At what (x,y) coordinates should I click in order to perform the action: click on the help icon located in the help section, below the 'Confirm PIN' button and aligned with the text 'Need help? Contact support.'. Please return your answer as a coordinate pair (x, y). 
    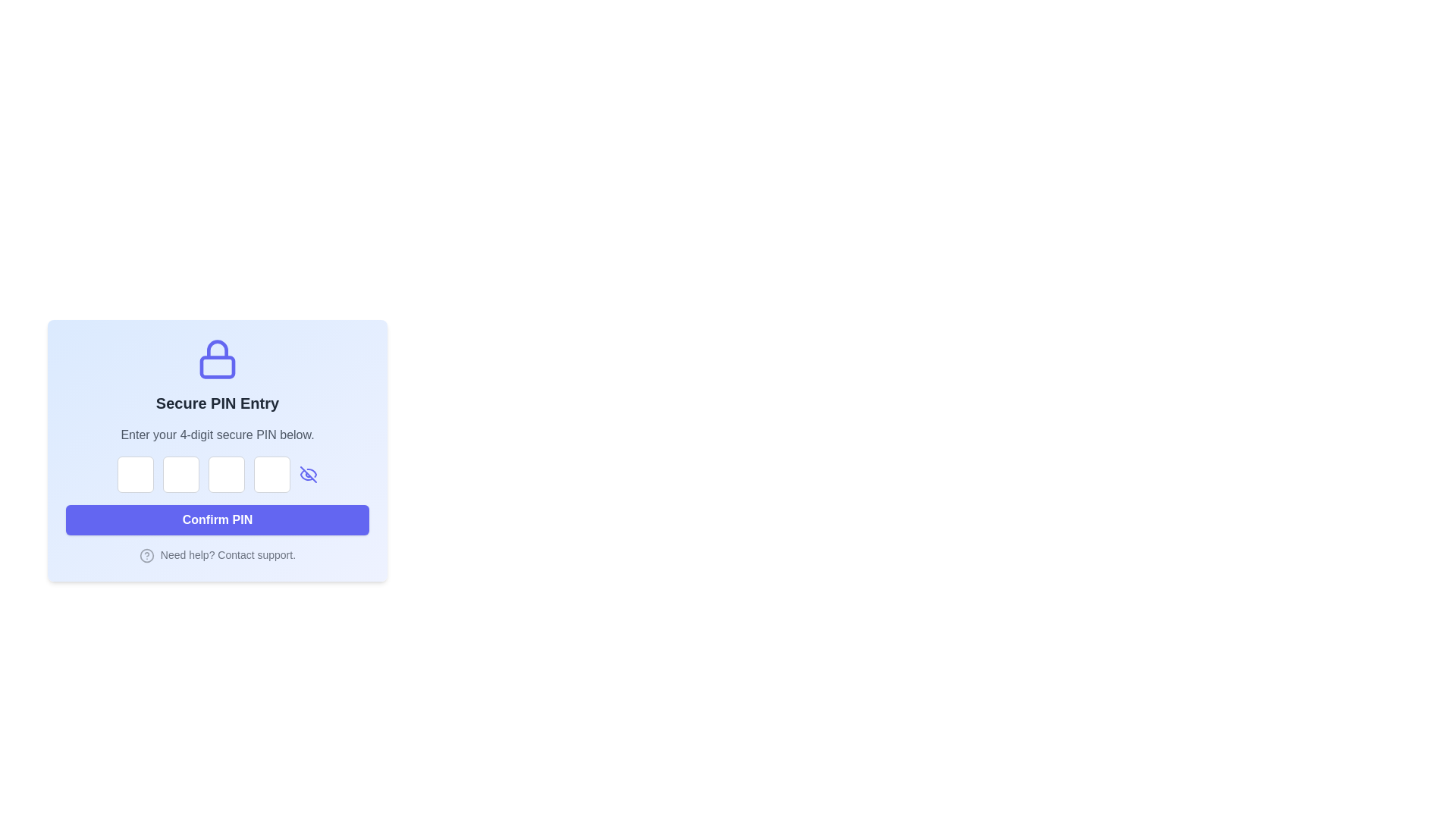
    Looking at the image, I should click on (146, 556).